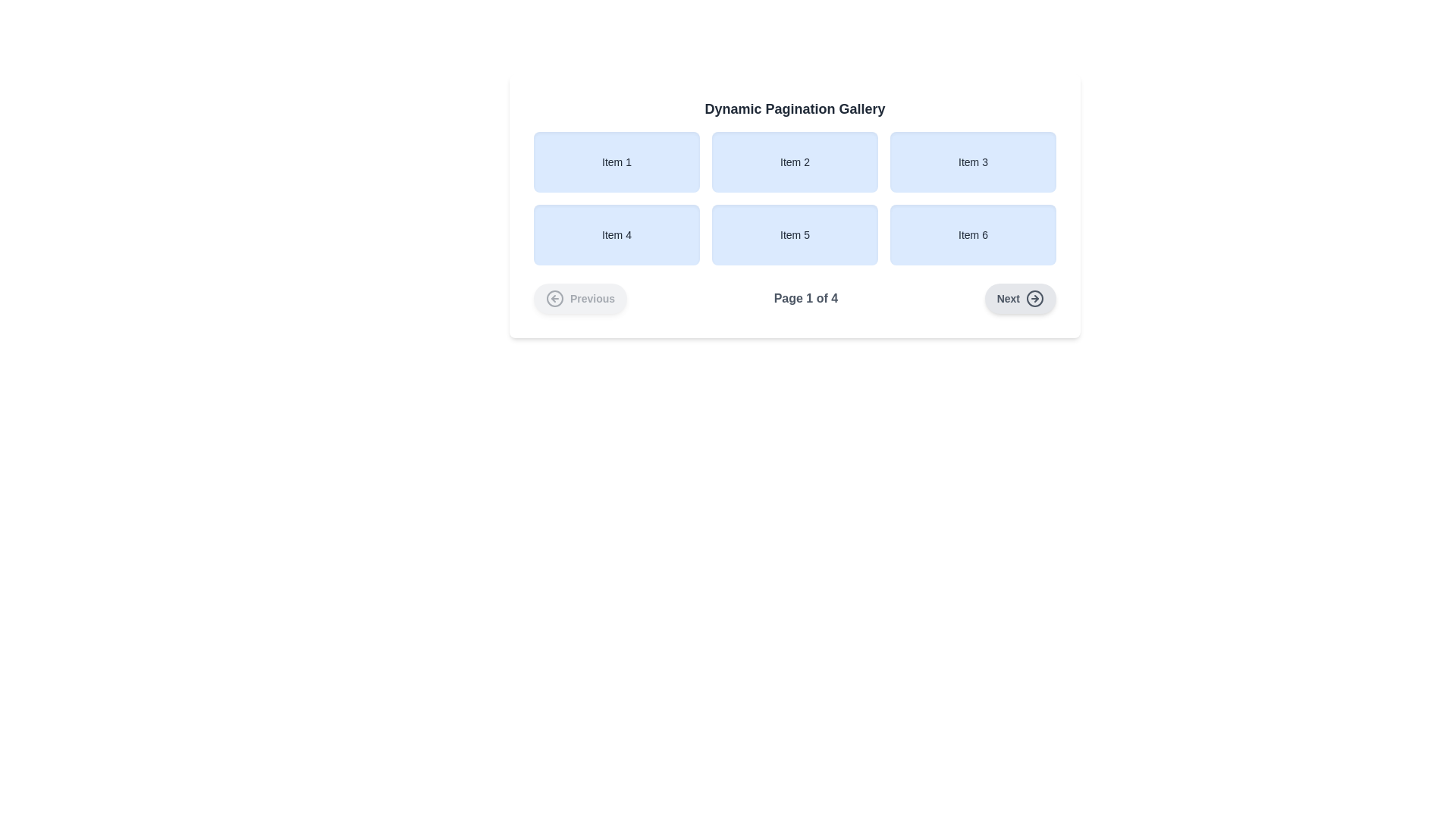 This screenshot has width=1456, height=819. What do you see at coordinates (554, 298) in the screenshot?
I see `the left-pointing arrow icon within the circular border of the 'Previous' button on the left side of the pagination control bar` at bounding box center [554, 298].